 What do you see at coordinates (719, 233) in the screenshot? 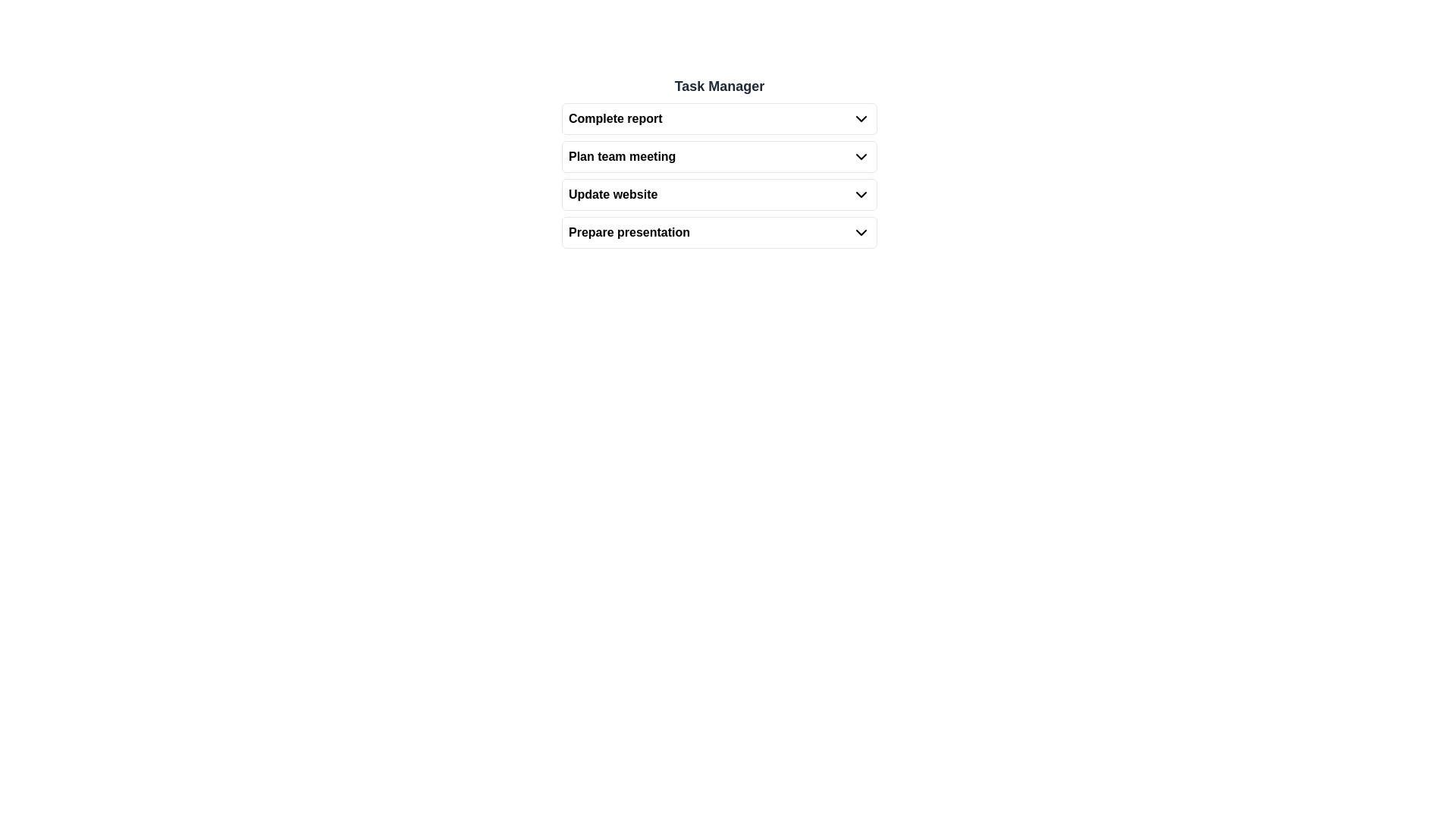
I see `the 'Prepare presentation' dropdown menu item, which is the fourth option in the list` at bounding box center [719, 233].